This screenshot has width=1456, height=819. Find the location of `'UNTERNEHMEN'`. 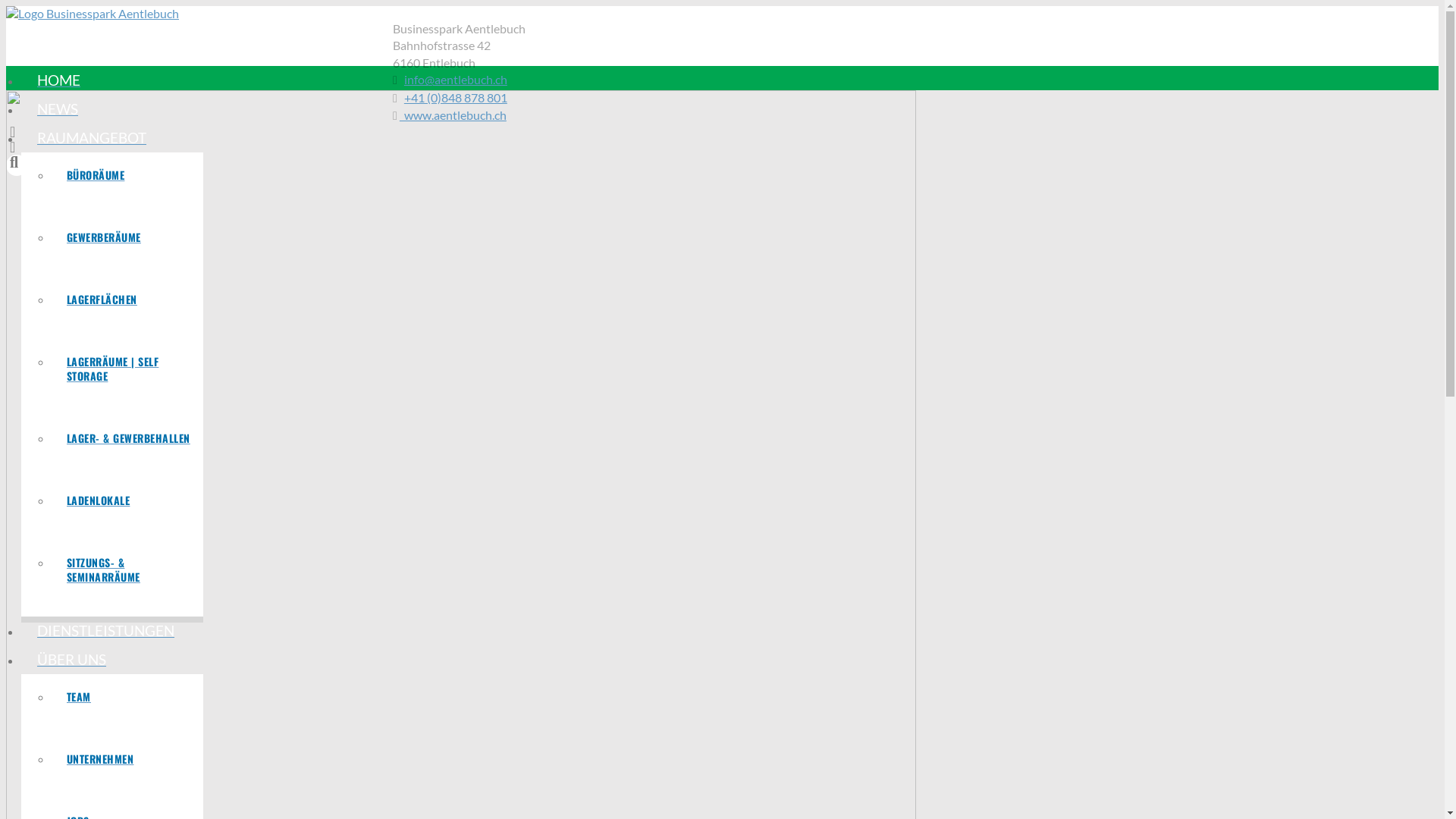

'UNTERNEHMEN' is located at coordinates (127, 767).